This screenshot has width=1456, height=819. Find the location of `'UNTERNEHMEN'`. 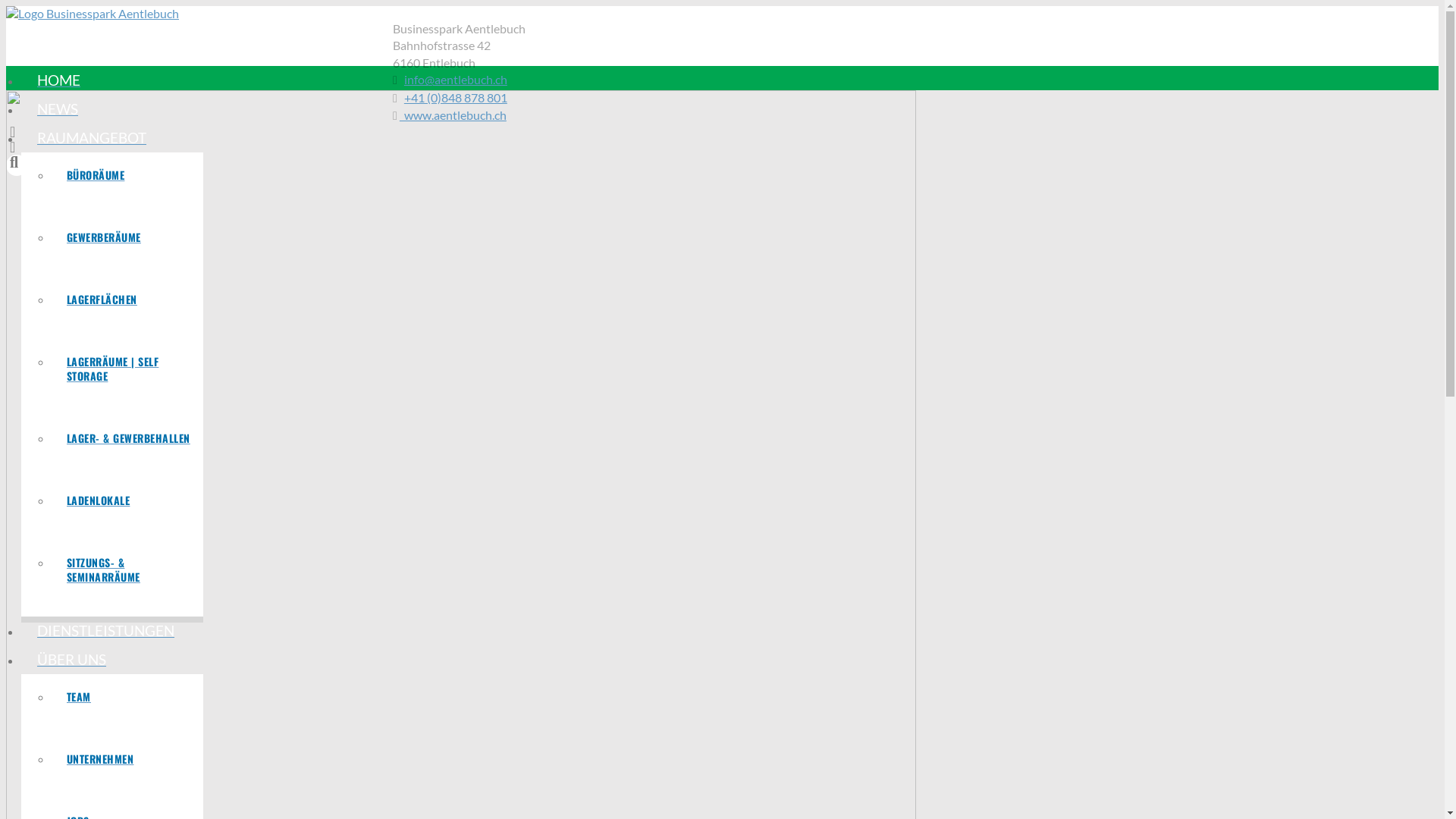

'UNTERNEHMEN' is located at coordinates (127, 767).